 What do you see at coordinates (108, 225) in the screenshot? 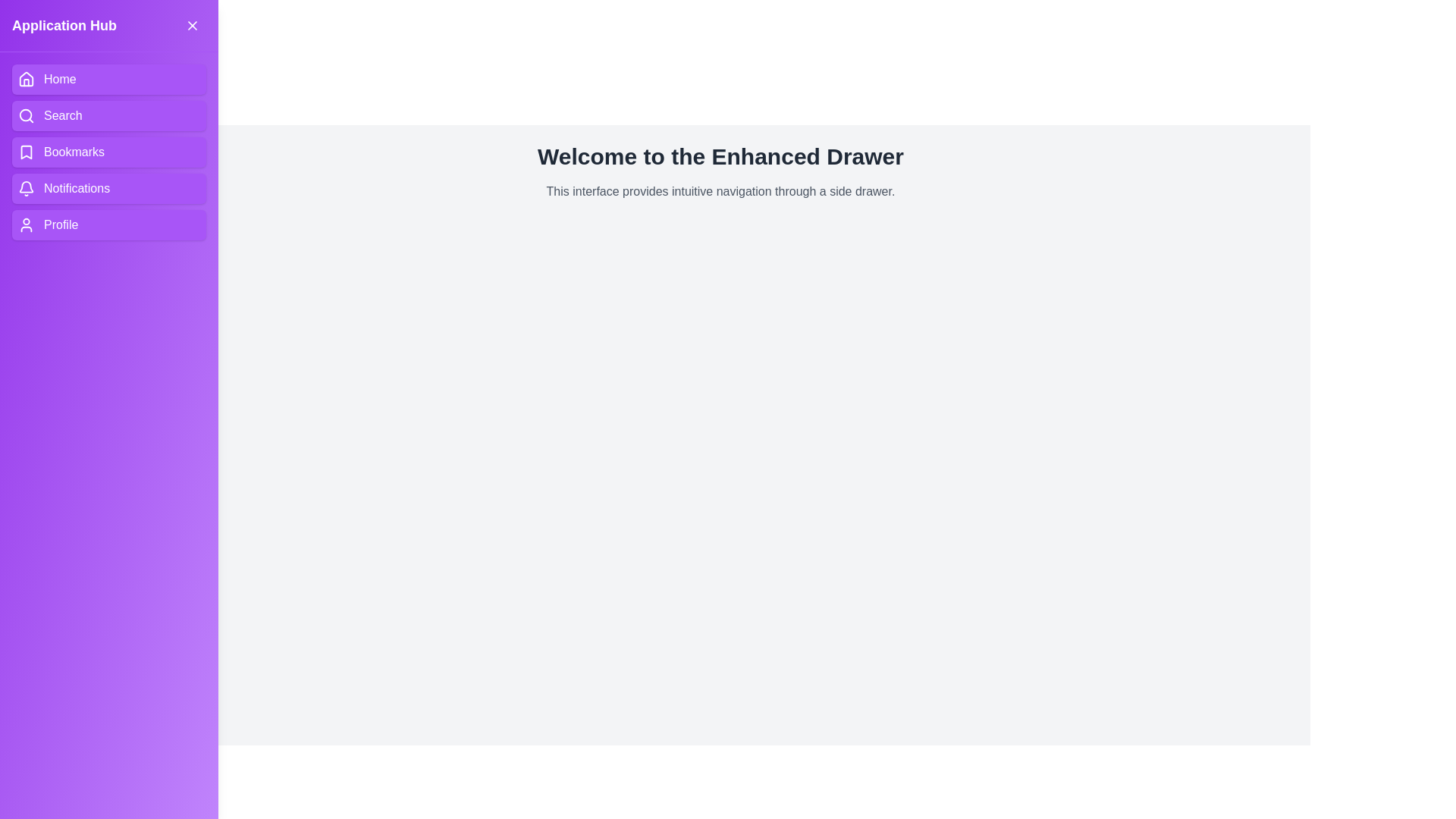
I see `the navigation item Profile in the drawer to navigate to the corresponding section` at bounding box center [108, 225].